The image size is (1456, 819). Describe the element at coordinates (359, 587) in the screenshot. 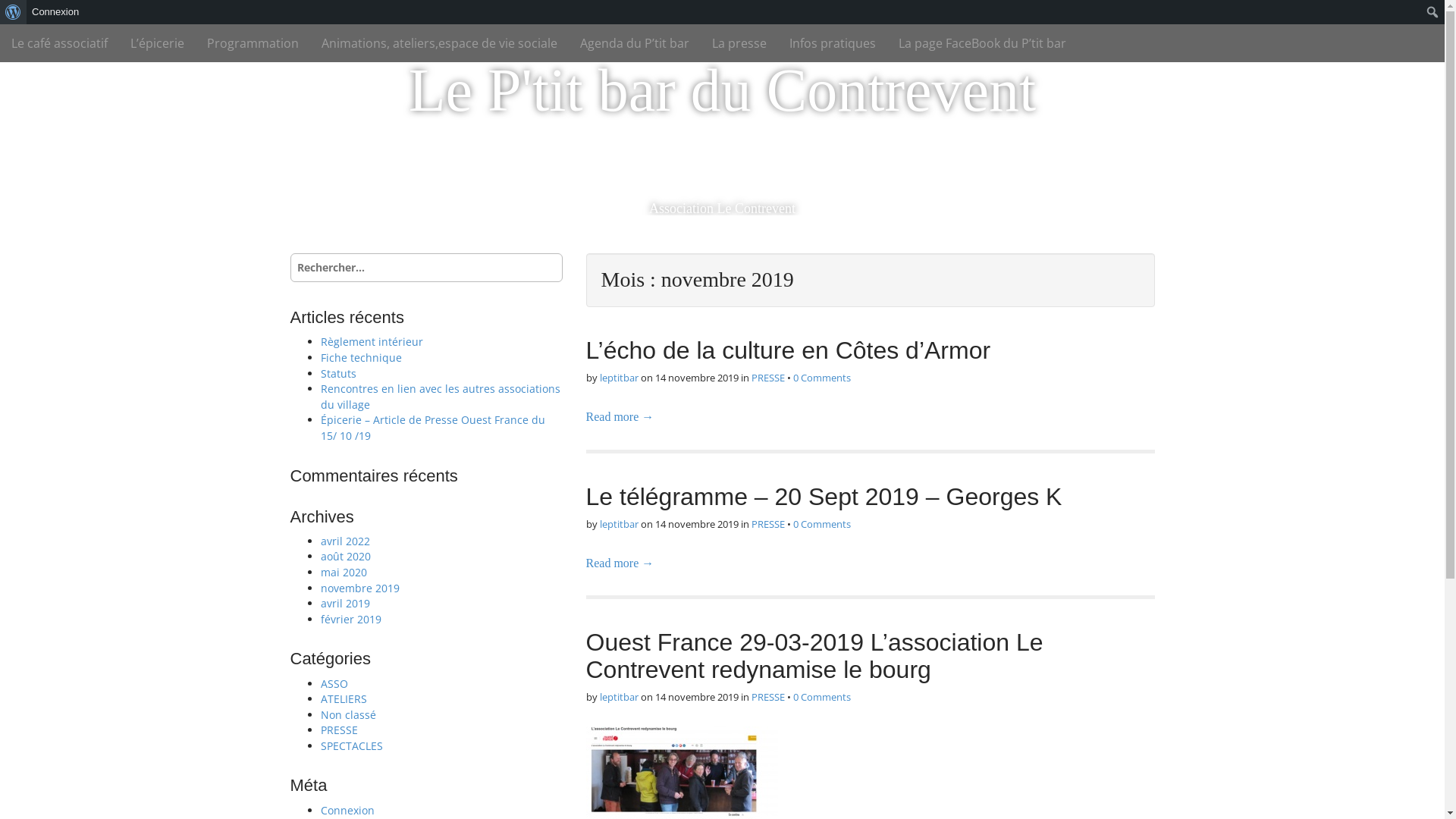

I see `'novembre 2019'` at that location.